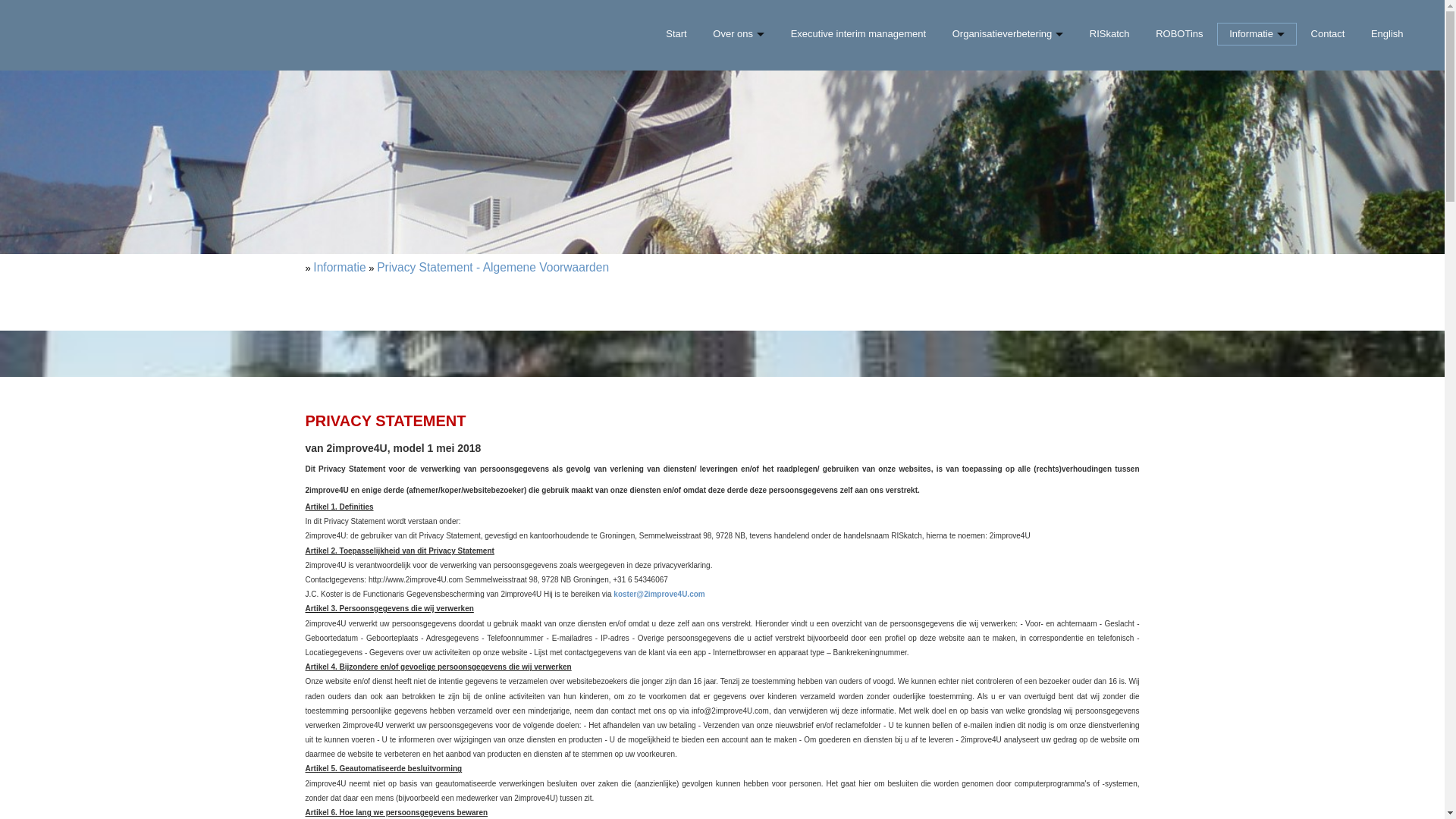 The height and width of the screenshot is (819, 1456). I want to click on 'Contact', so click(1326, 34).